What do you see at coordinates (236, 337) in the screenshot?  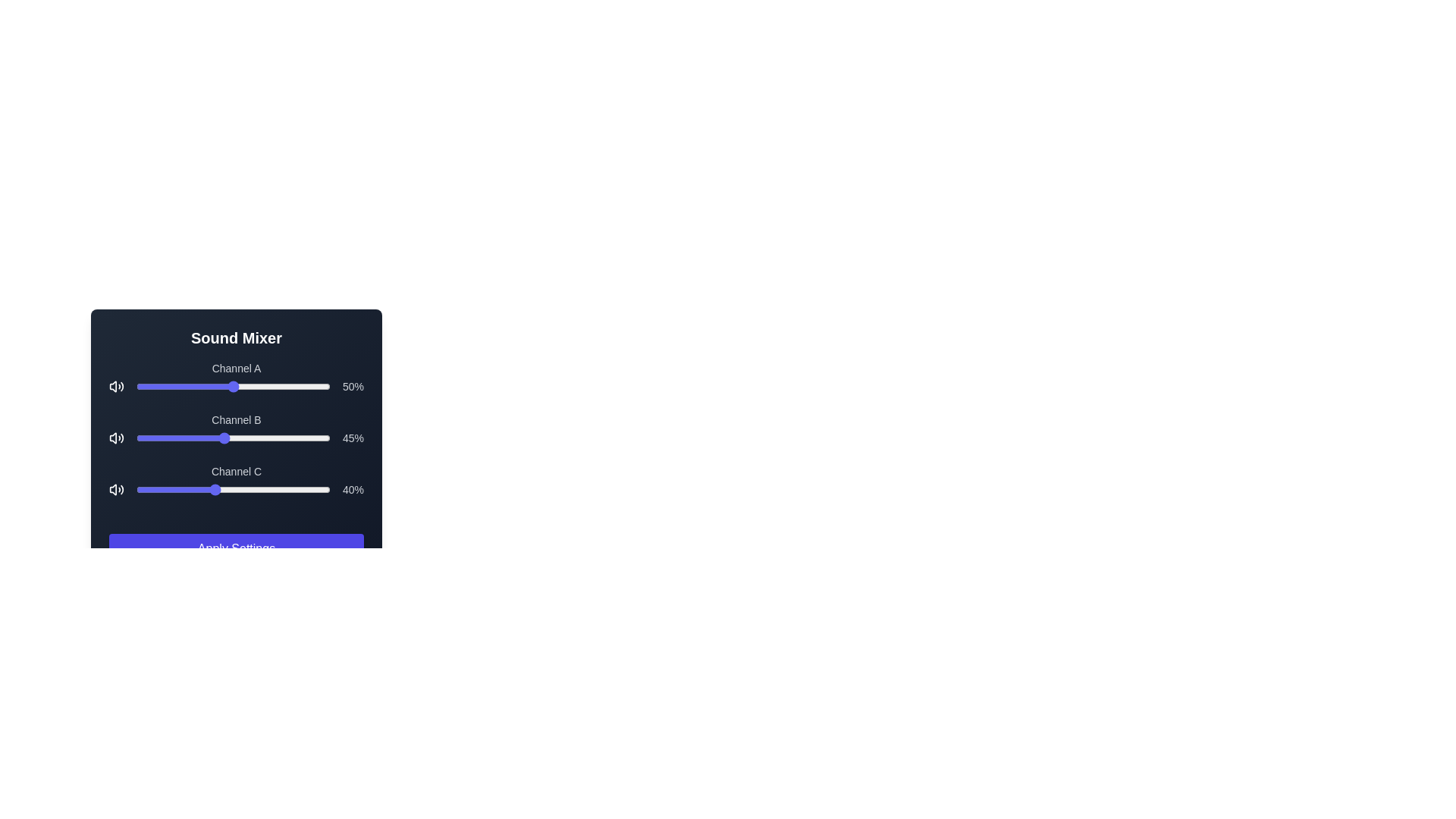 I see `the 'Sound Mixer' static label, which displays bold white text on a dark gray background at the top of the panel containing channel sliders` at bounding box center [236, 337].